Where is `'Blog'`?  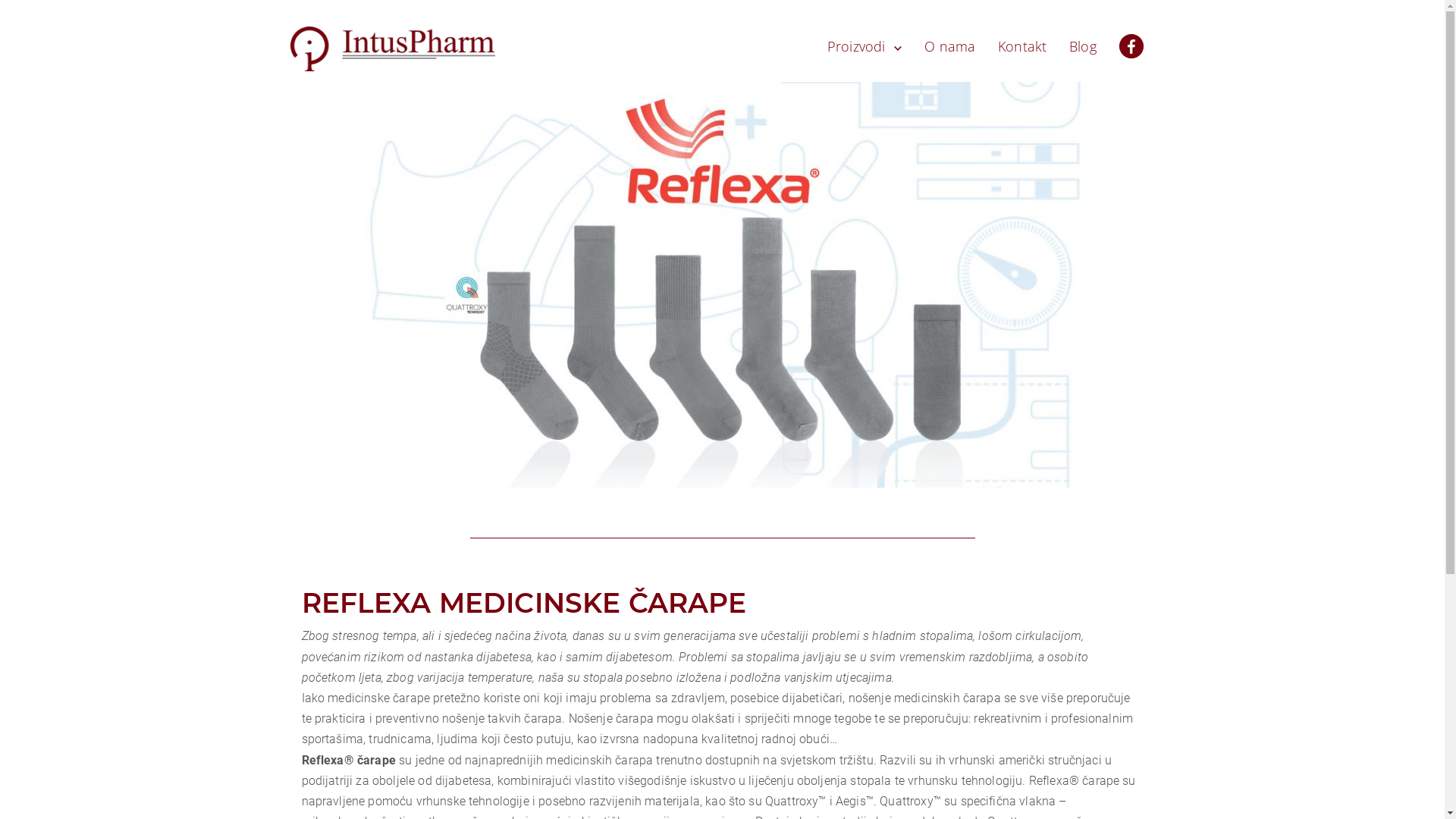 'Blog' is located at coordinates (1082, 45).